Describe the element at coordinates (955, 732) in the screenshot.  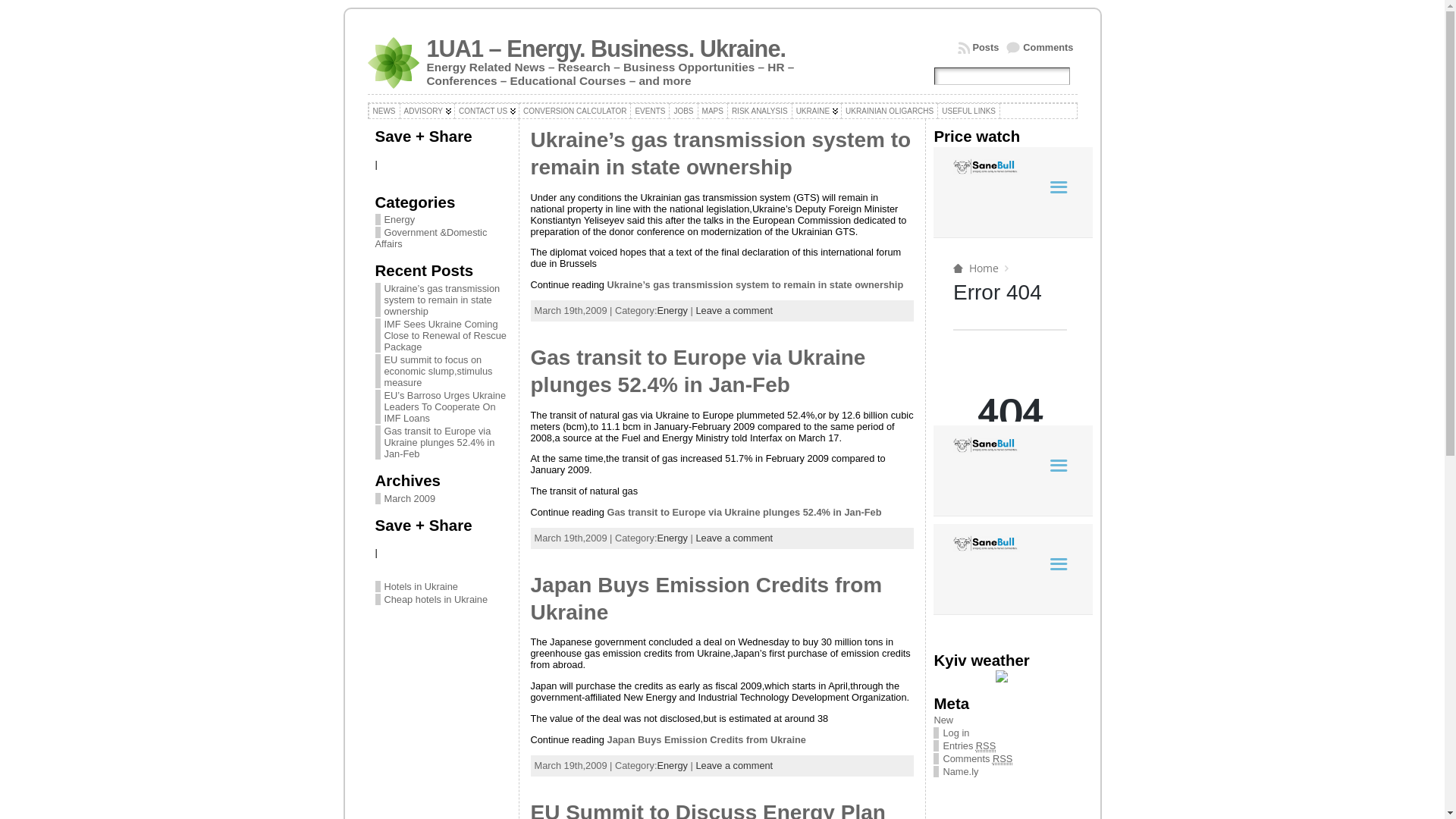
I see `'Log in'` at that location.